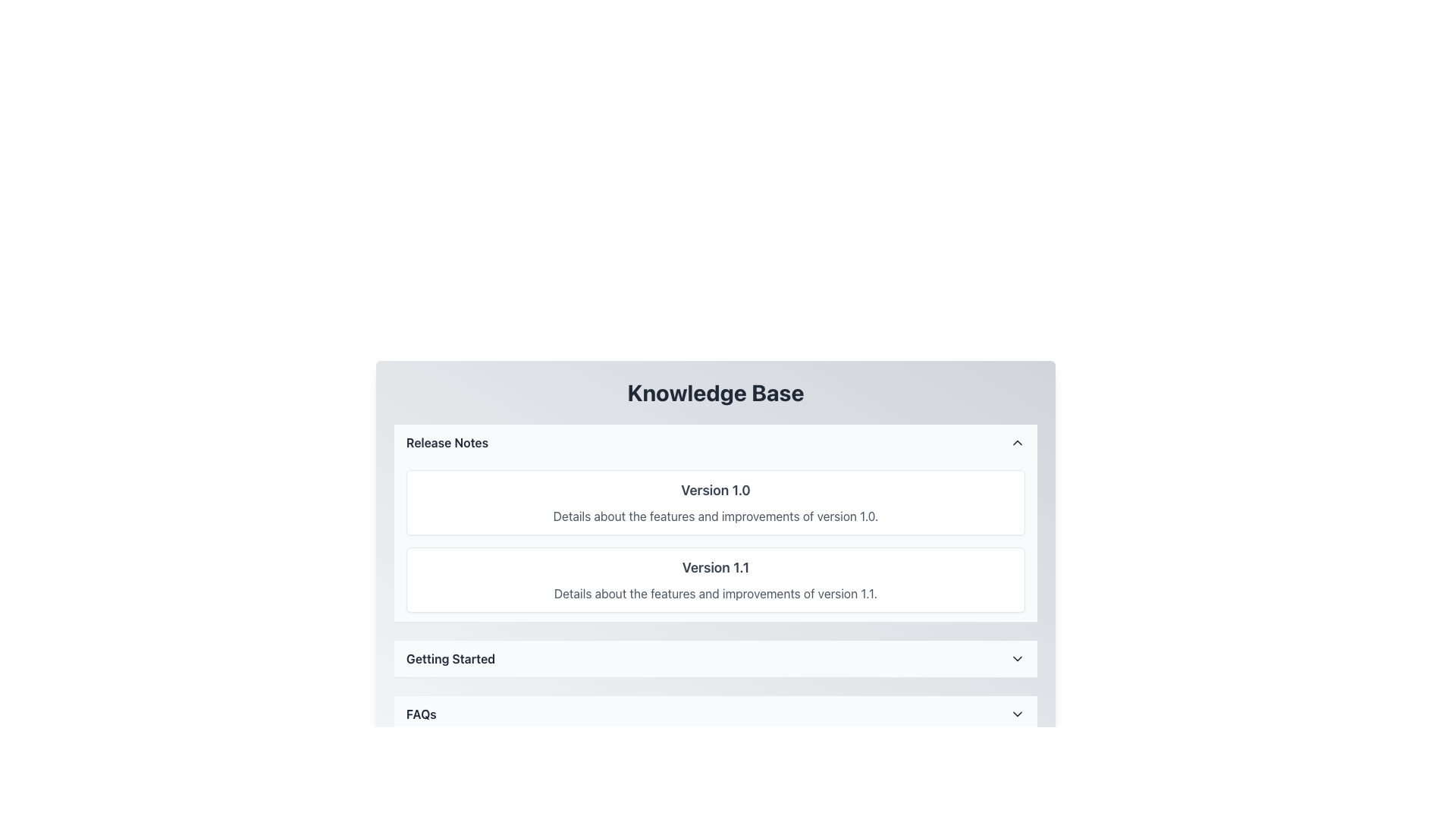 Image resolution: width=1456 pixels, height=819 pixels. Describe the element at coordinates (450, 657) in the screenshot. I see `the 'Getting Started' text label, which is displayed in bold, dark gray font and is centrally positioned in a horizontal section with a light gray background` at that location.